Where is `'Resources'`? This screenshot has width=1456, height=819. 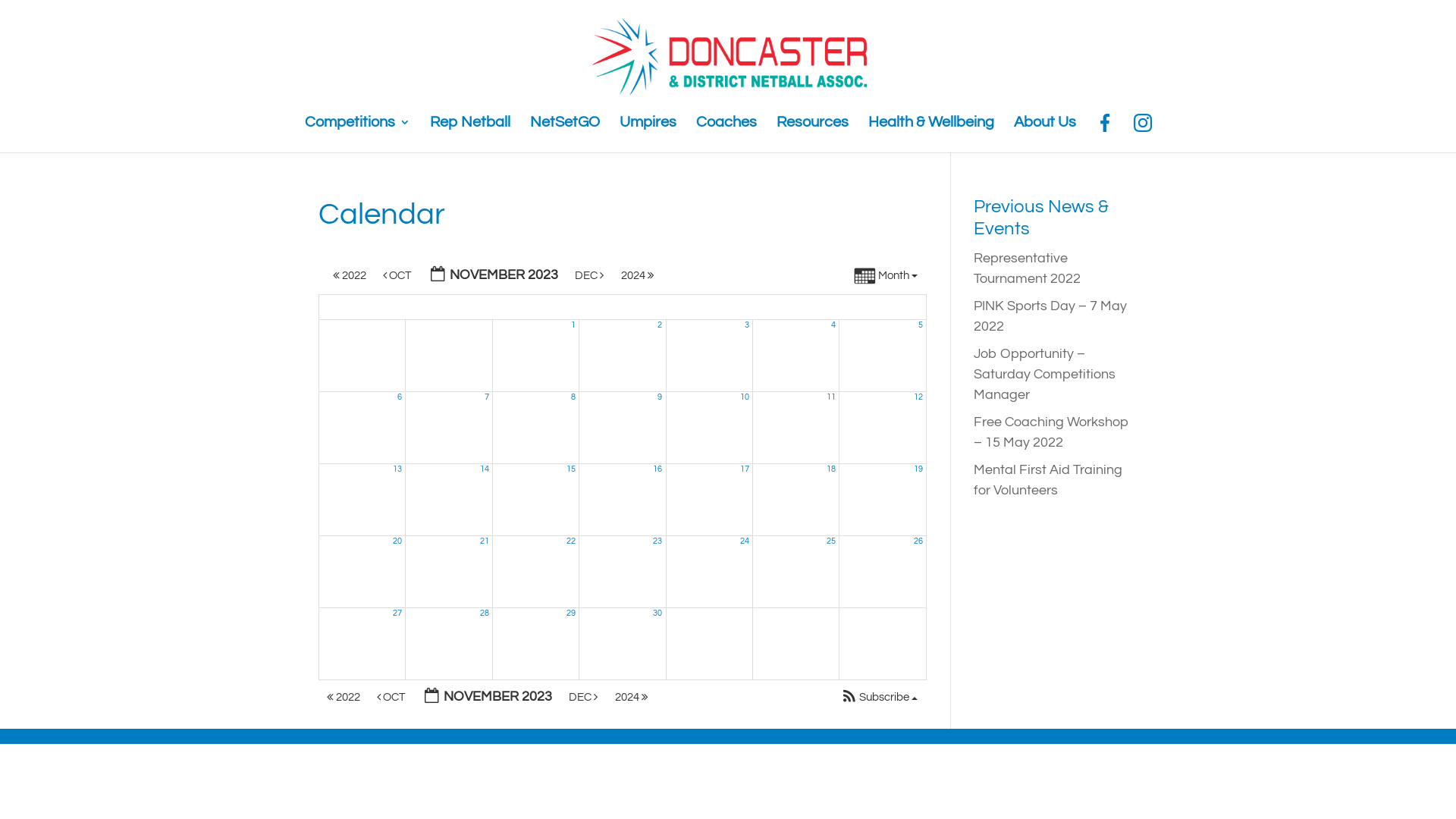
'Resources' is located at coordinates (811, 131).